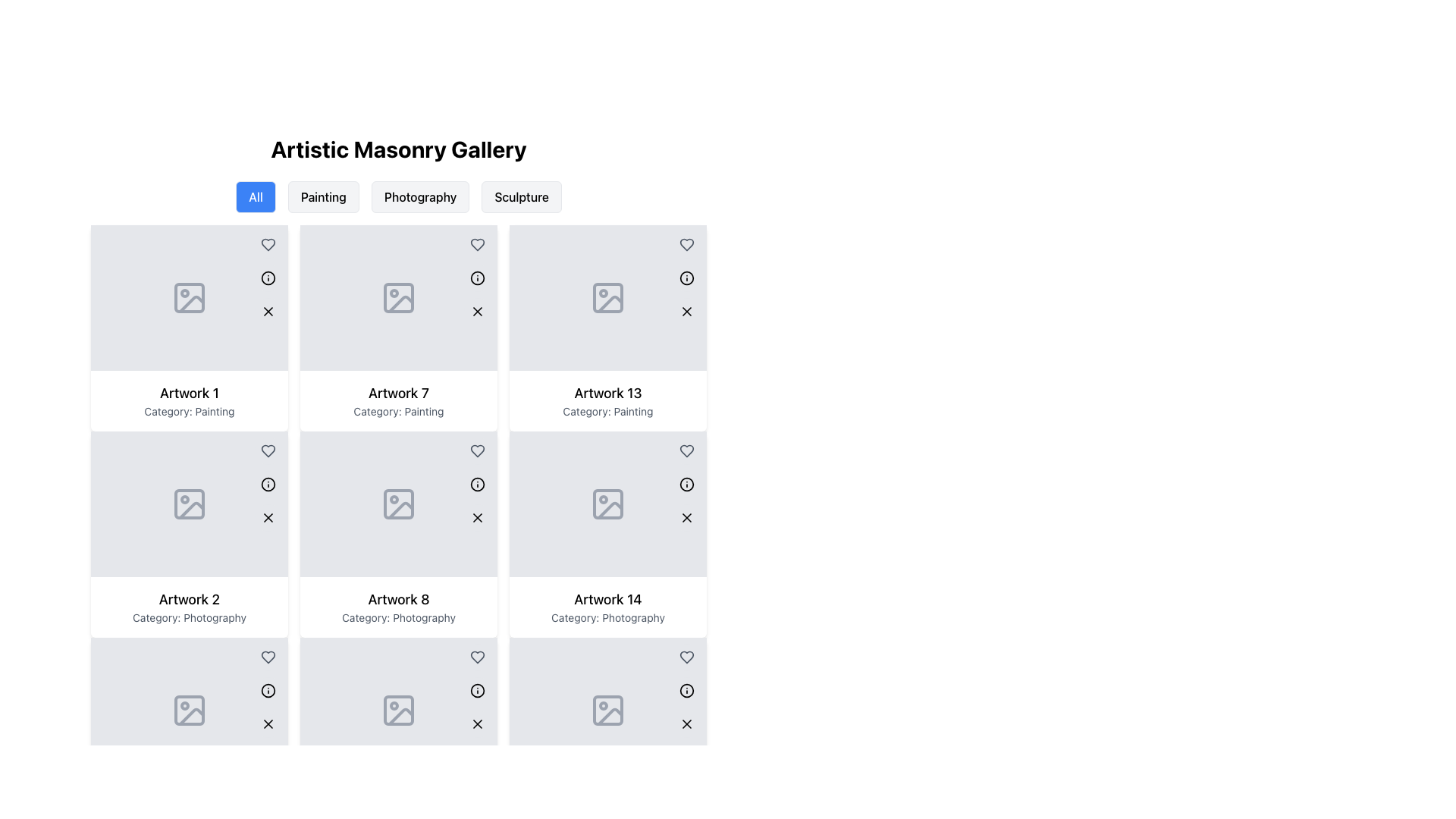 The image size is (1456, 819). Describe the element at coordinates (188, 711) in the screenshot. I see `the Icon Placeholder in the Artwork 3 card, which is the topmost section of the card designated for image display in the Sculpture category` at that location.